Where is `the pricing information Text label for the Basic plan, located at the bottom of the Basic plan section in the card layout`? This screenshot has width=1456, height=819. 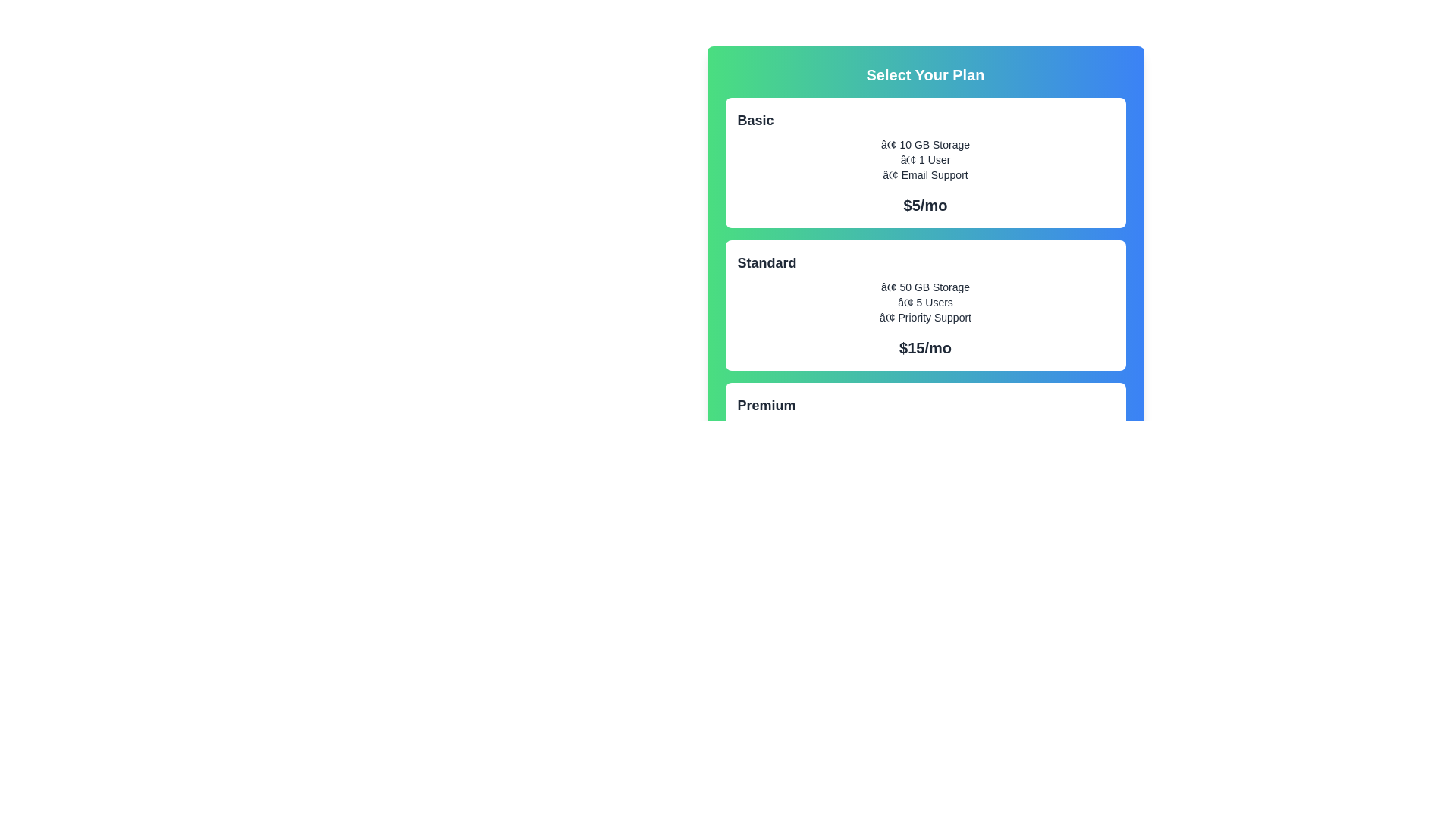 the pricing information Text label for the Basic plan, located at the bottom of the Basic plan section in the card layout is located at coordinates (924, 205).